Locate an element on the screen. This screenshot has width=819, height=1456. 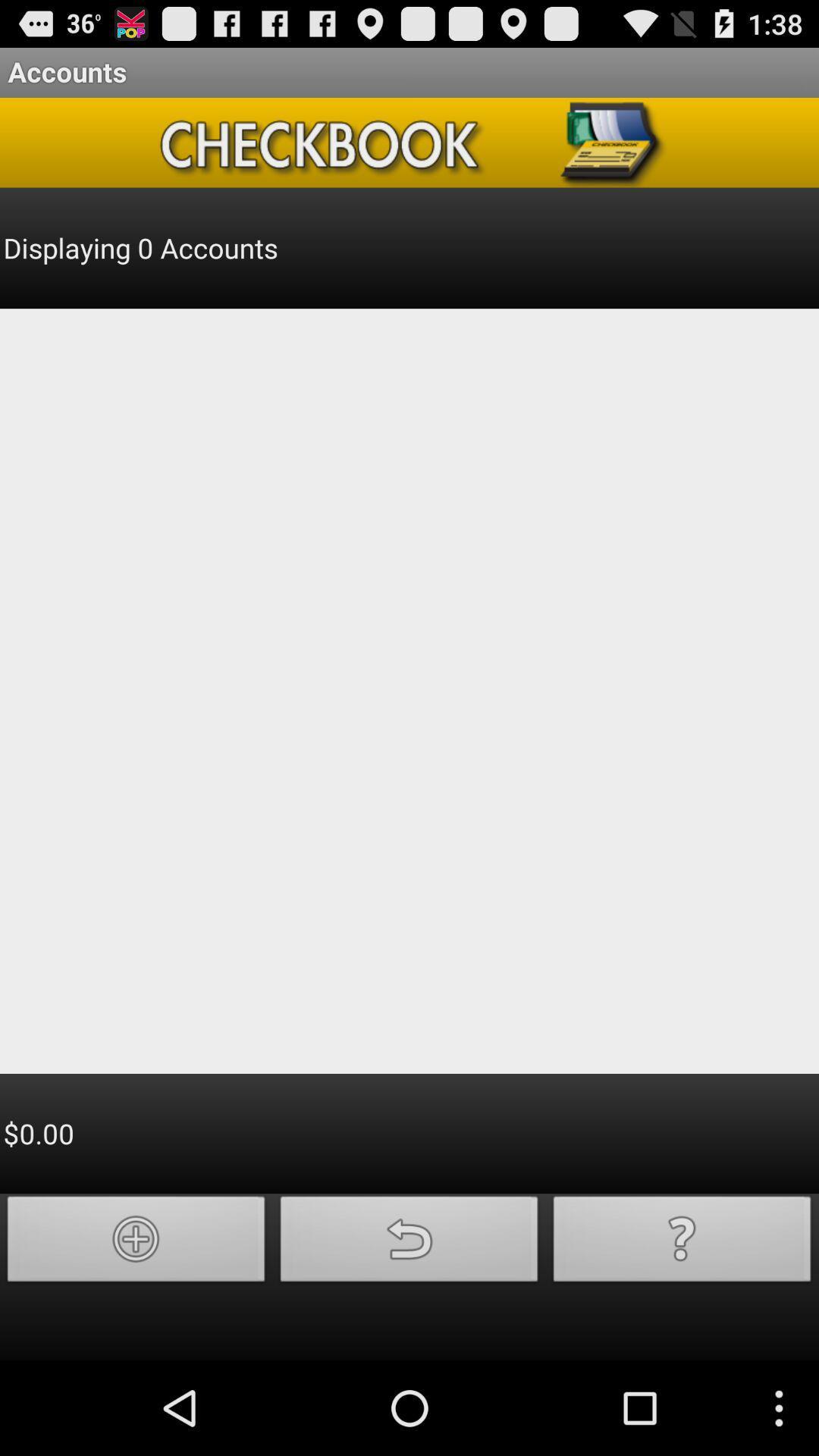
get help is located at coordinates (681, 1243).